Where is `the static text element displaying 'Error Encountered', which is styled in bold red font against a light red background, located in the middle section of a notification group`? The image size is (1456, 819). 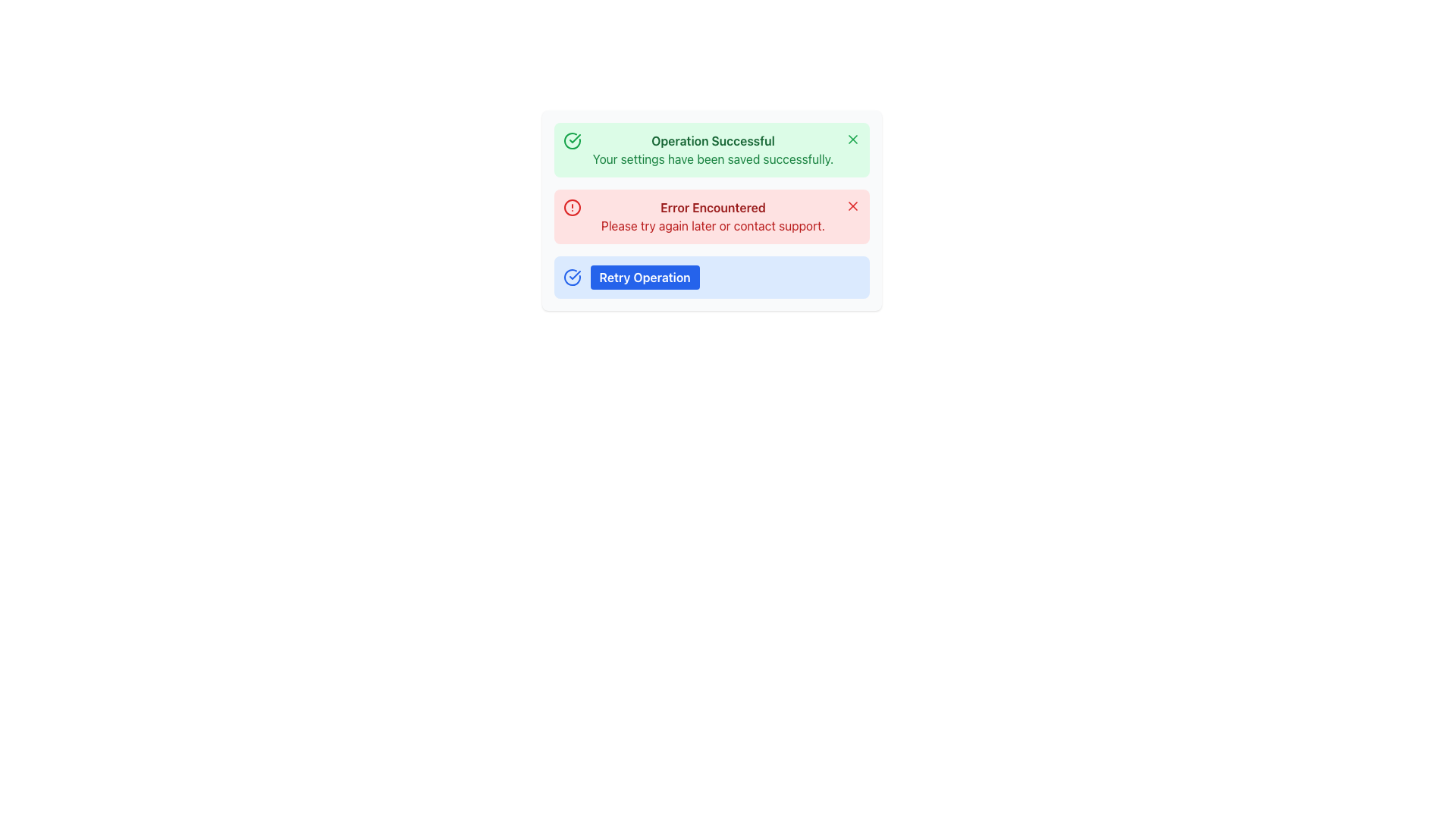
the static text element displaying 'Error Encountered', which is styled in bold red font against a light red background, located in the middle section of a notification group is located at coordinates (712, 207).